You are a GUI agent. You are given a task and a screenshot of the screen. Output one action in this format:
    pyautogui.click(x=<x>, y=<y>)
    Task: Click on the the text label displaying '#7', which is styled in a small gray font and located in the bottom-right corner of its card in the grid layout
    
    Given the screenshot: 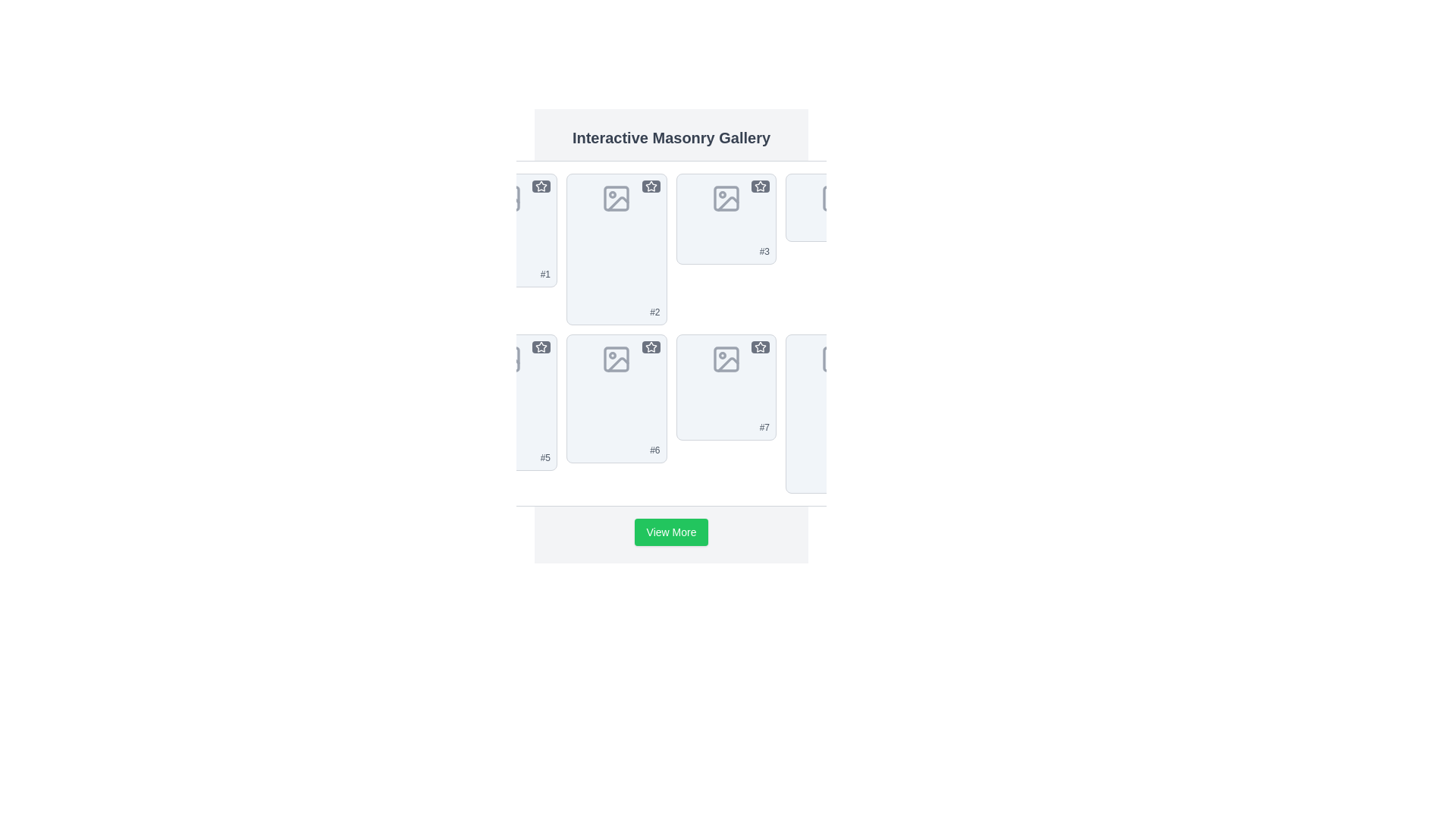 What is the action you would take?
    pyautogui.click(x=764, y=427)
    